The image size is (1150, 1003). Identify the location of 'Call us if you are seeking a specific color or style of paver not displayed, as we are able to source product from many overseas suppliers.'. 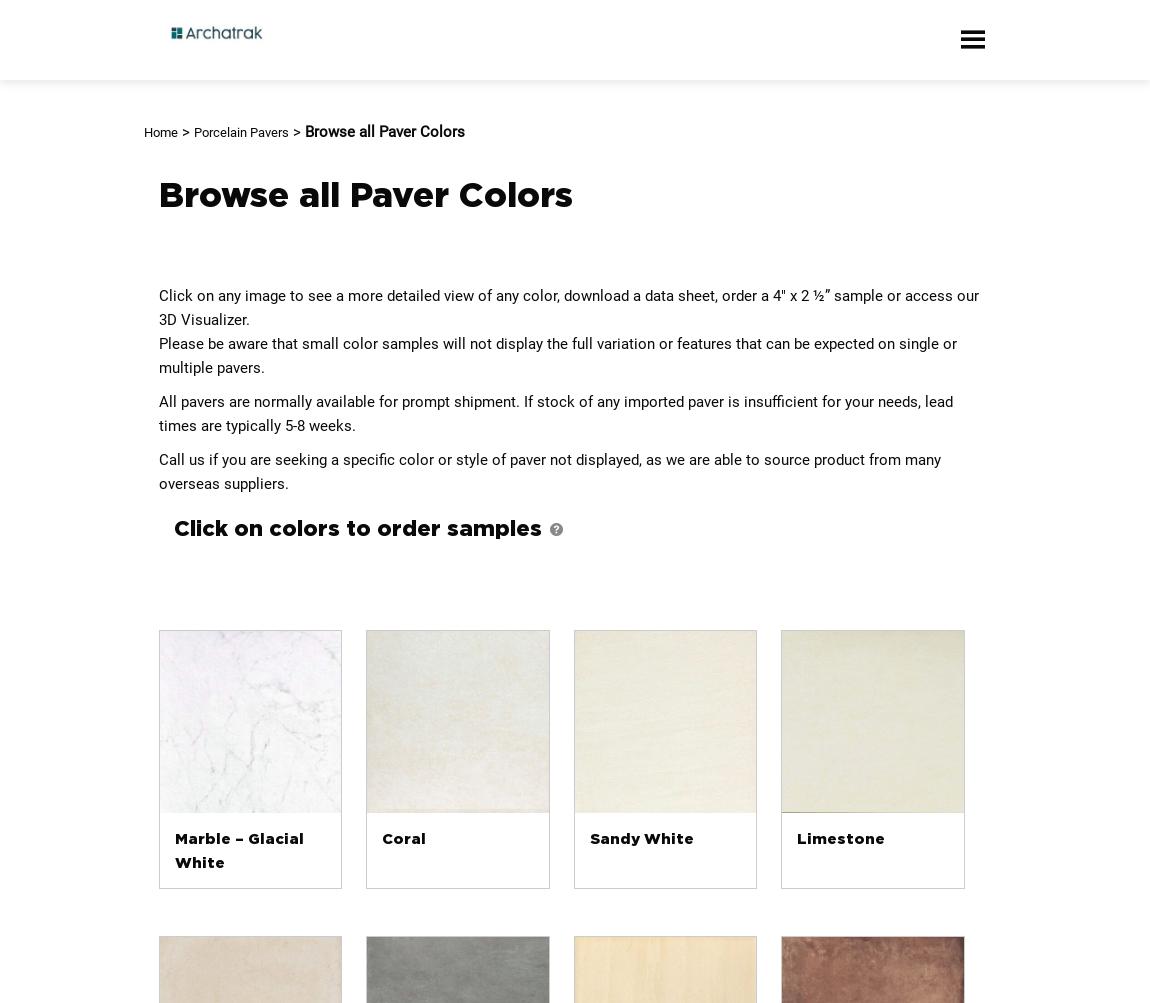
(549, 472).